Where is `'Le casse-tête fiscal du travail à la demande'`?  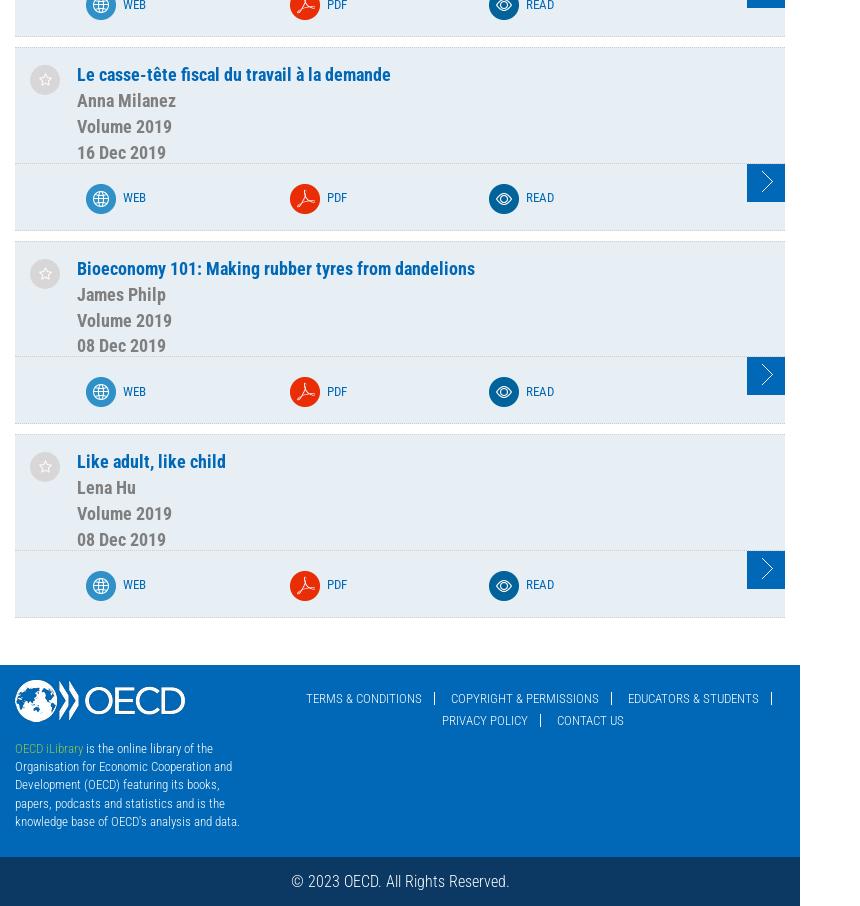
'Le casse-tête fiscal du travail à la demande' is located at coordinates (234, 74).